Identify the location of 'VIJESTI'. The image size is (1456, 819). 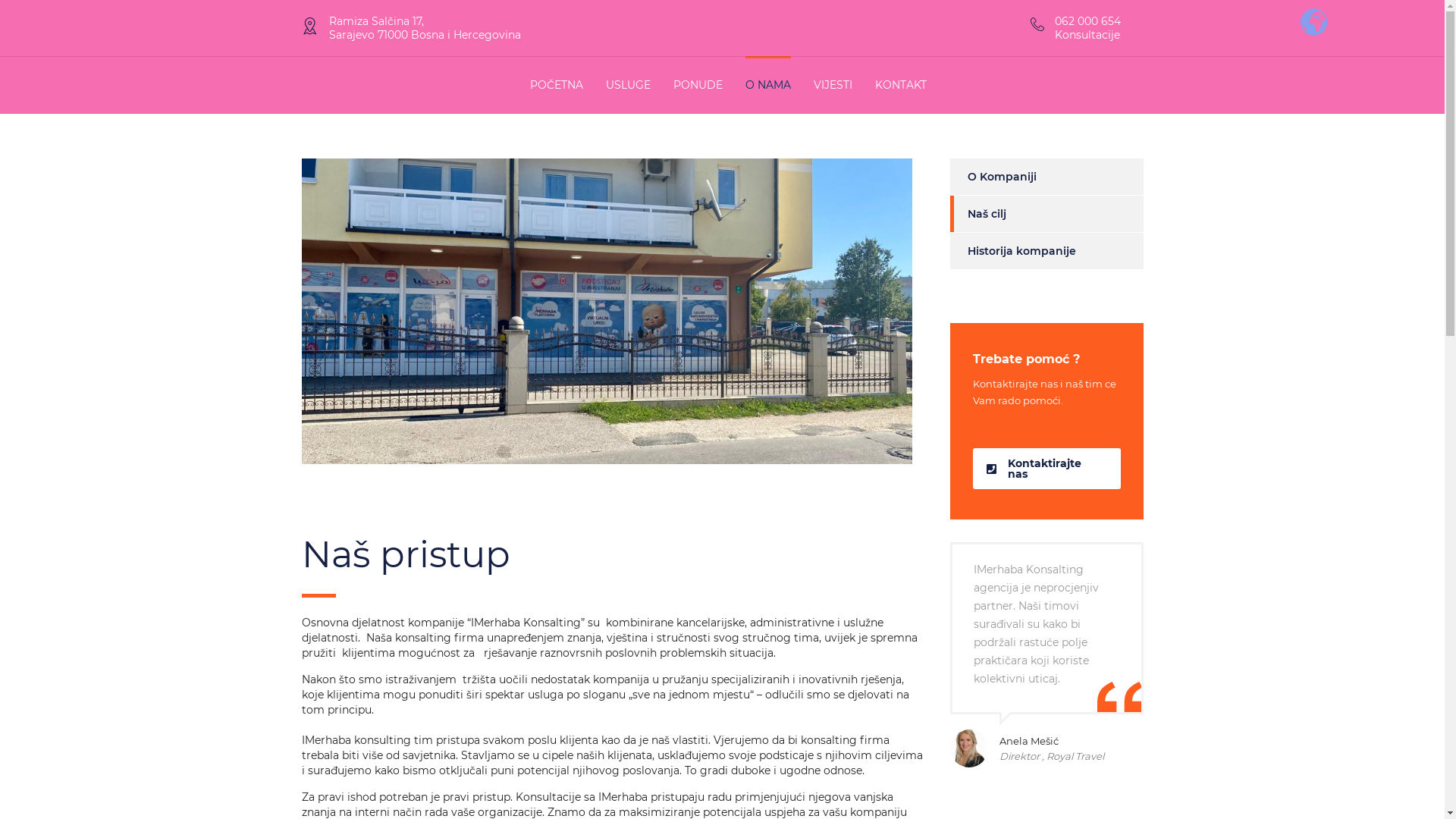
(831, 84).